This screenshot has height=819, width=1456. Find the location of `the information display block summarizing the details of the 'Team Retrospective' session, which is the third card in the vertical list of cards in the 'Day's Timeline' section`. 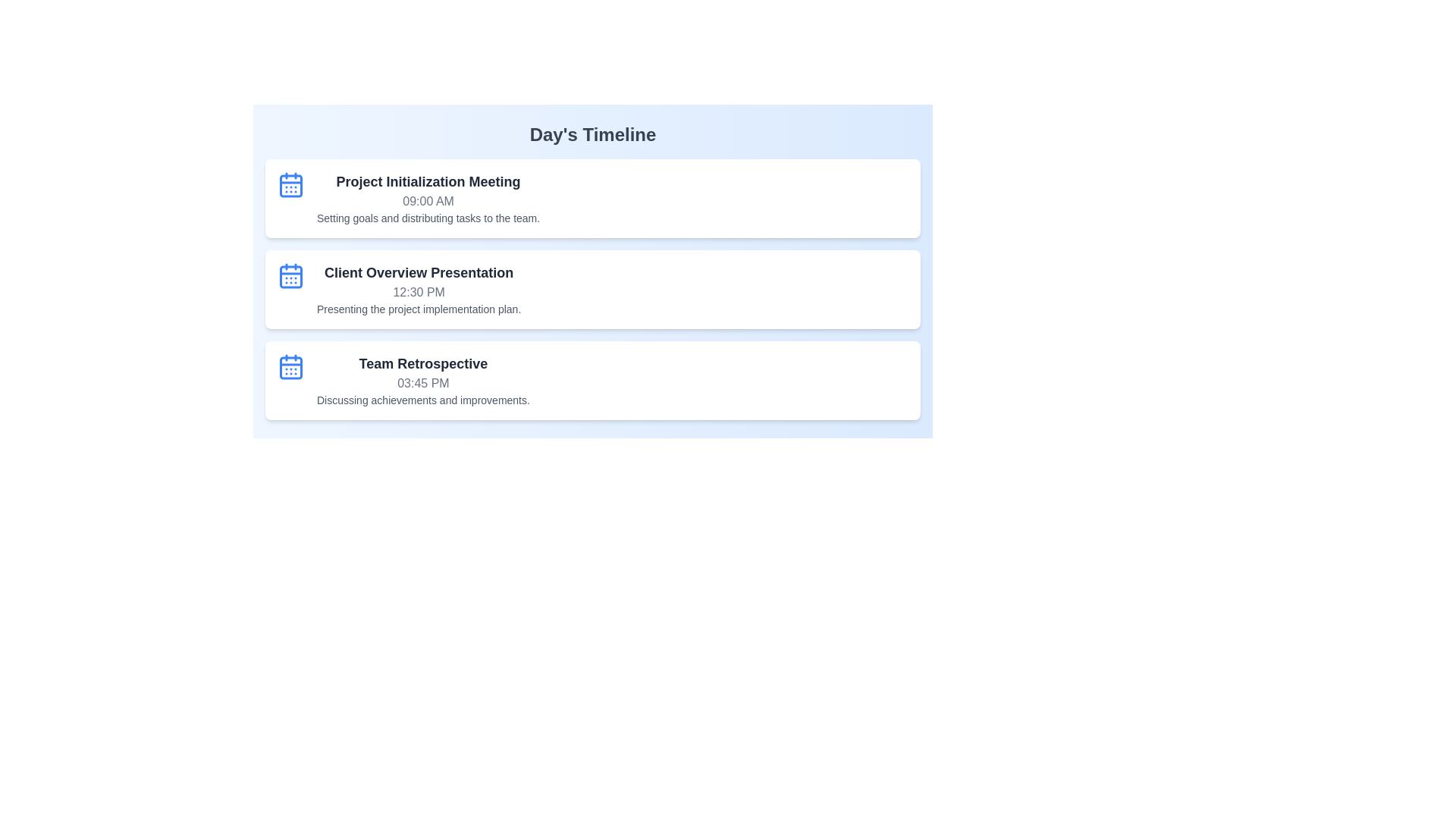

the information display block summarizing the details of the 'Team Retrospective' session, which is the third card in the vertical list of cards in the 'Day's Timeline' section is located at coordinates (423, 379).